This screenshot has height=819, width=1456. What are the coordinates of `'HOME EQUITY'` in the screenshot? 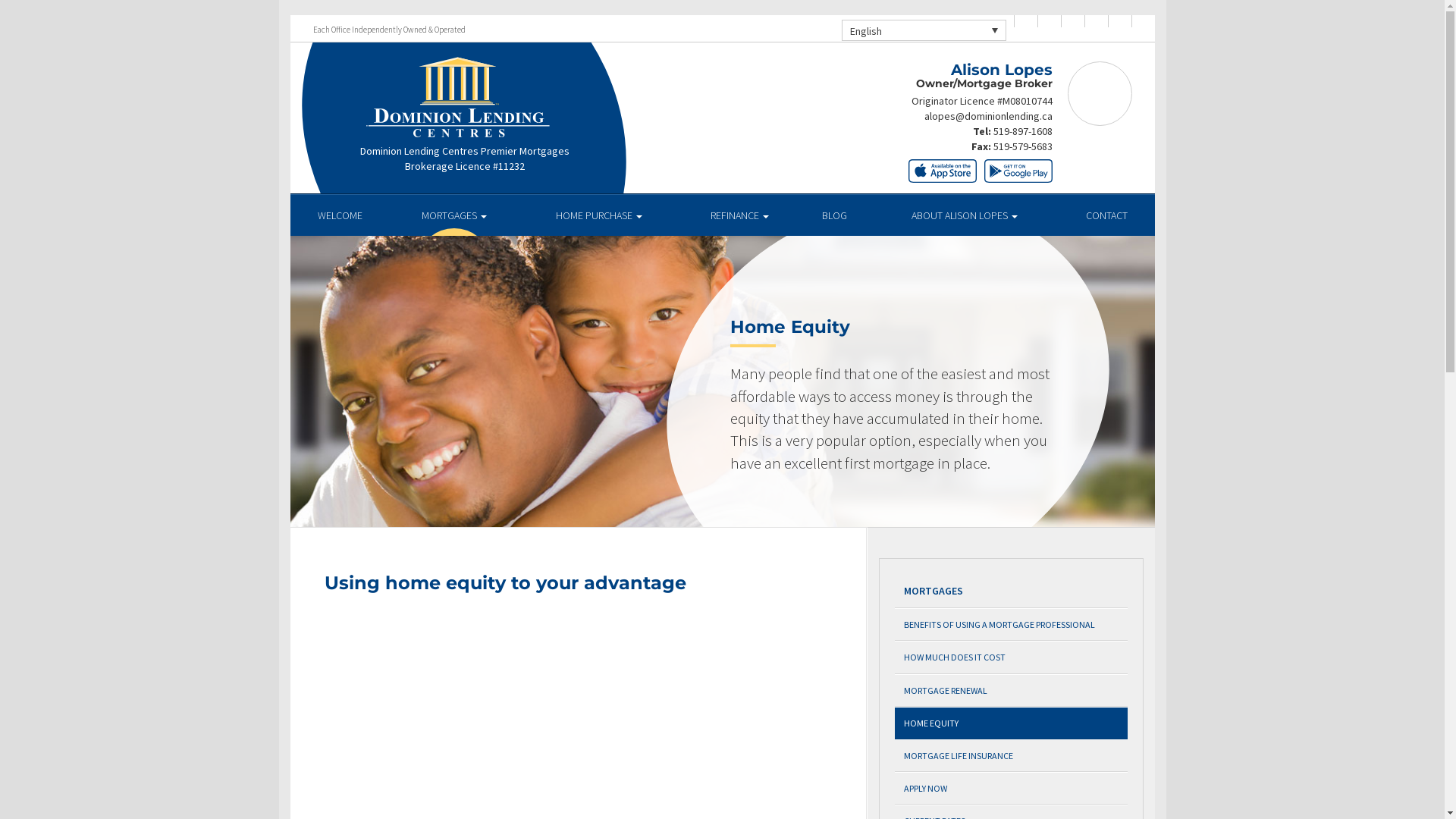 It's located at (1011, 722).